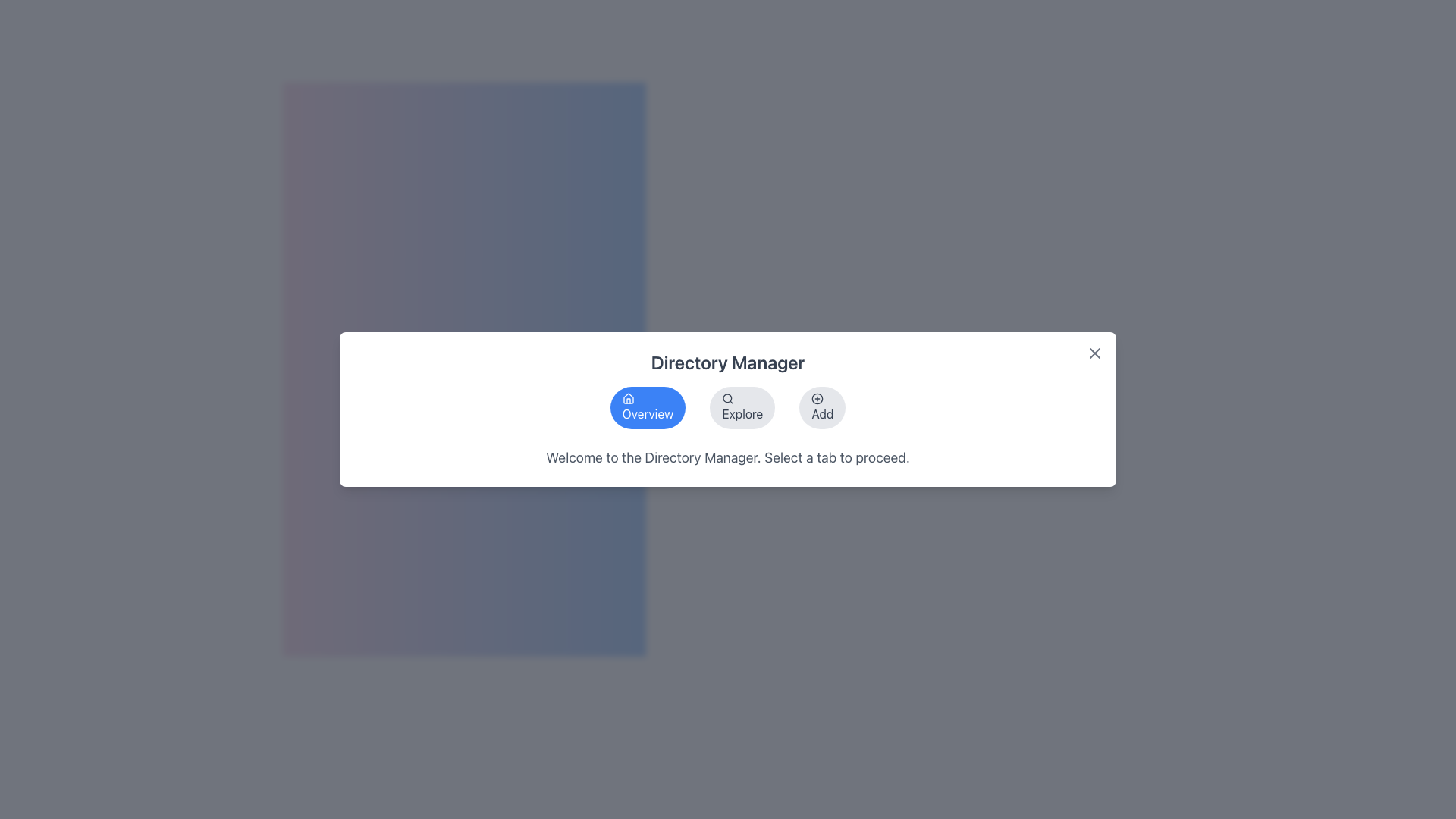  What do you see at coordinates (728, 457) in the screenshot?
I see `the text label that says 'Welcome to the Directory Manager. Select a tab to proceed.' located at the bottom of the modal dialogue box, just beneath the interactive tabs` at bounding box center [728, 457].